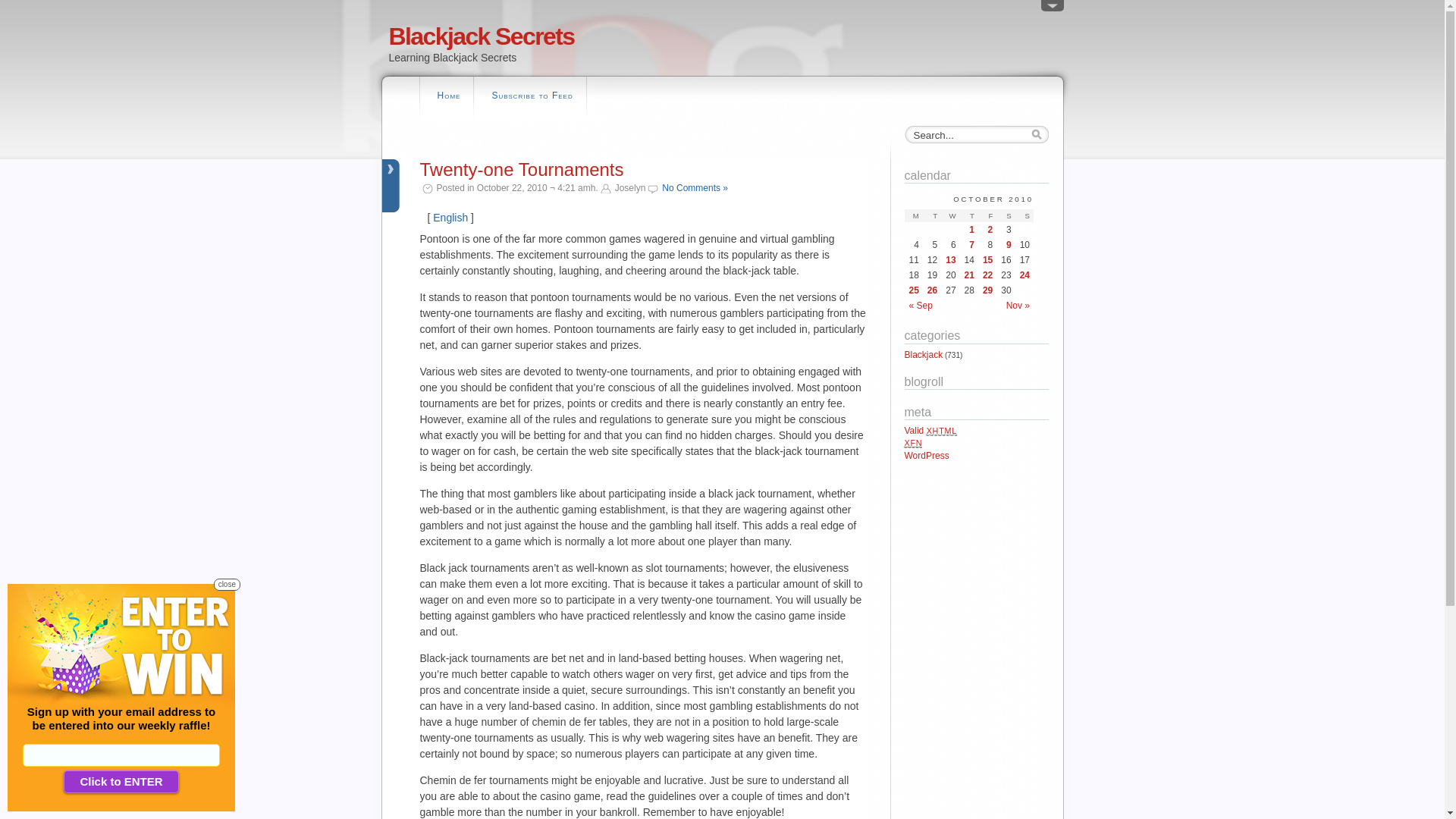  Describe the element at coordinates (432, 217) in the screenshot. I see `'English'` at that location.